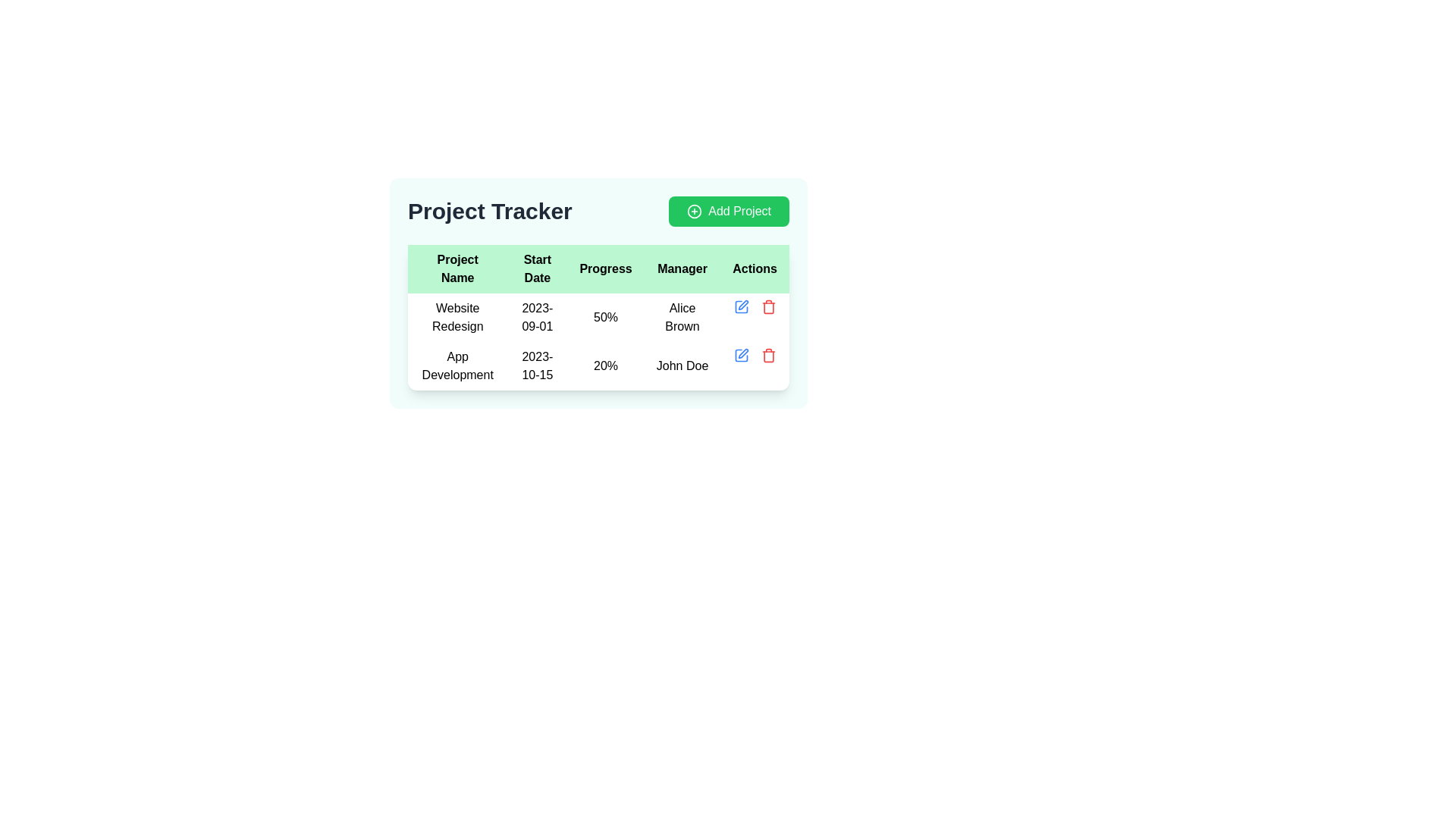 This screenshot has width=1456, height=819. What do you see at coordinates (741, 307) in the screenshot?
I see `the edit button located in the second row of the table under the 'Actions' column, next to the red trash can icon` at bounding box center [741, 307].